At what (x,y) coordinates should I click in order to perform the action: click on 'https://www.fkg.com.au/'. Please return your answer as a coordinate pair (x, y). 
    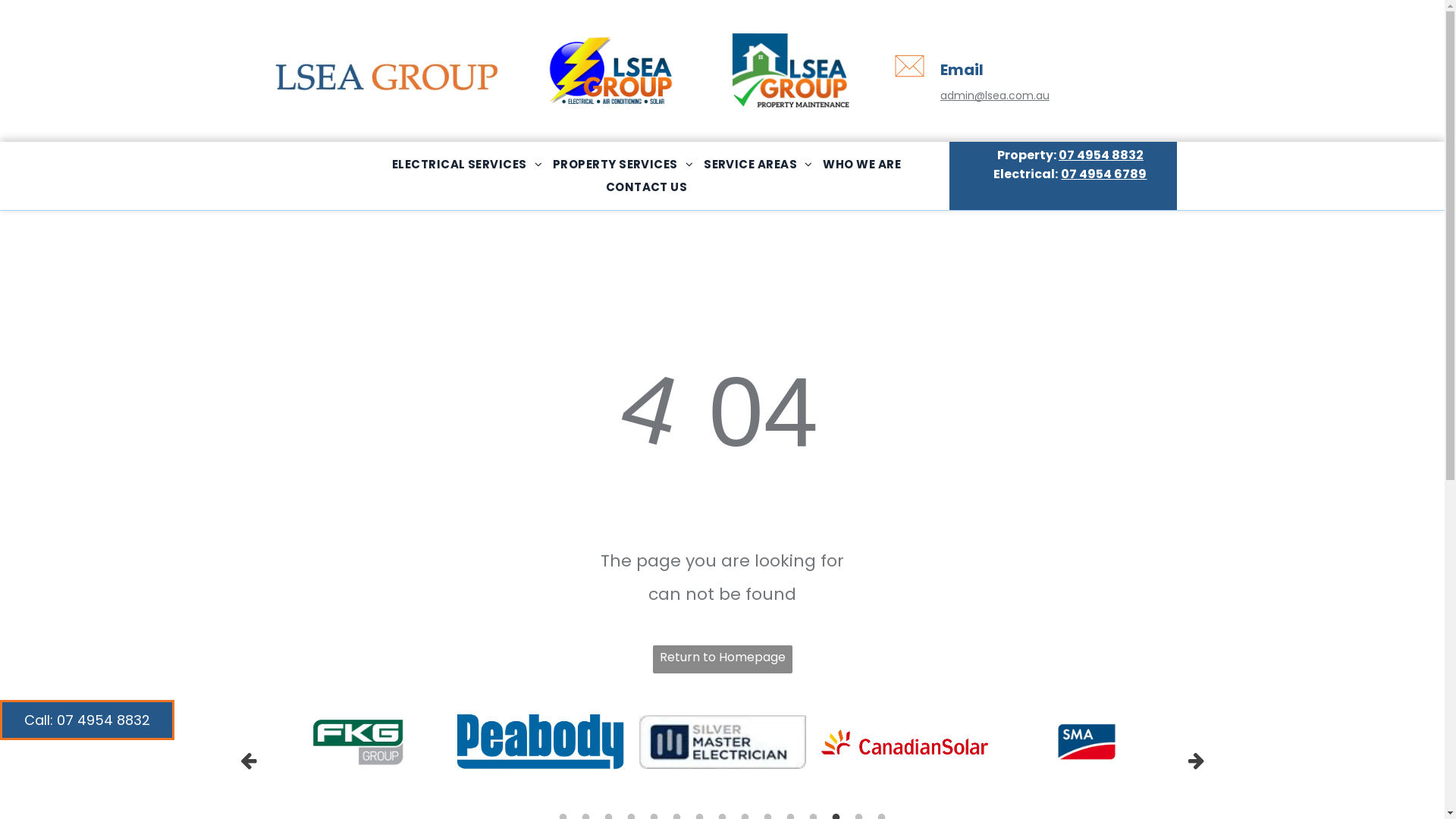
    Looking at the image, I should click on (358, 741).